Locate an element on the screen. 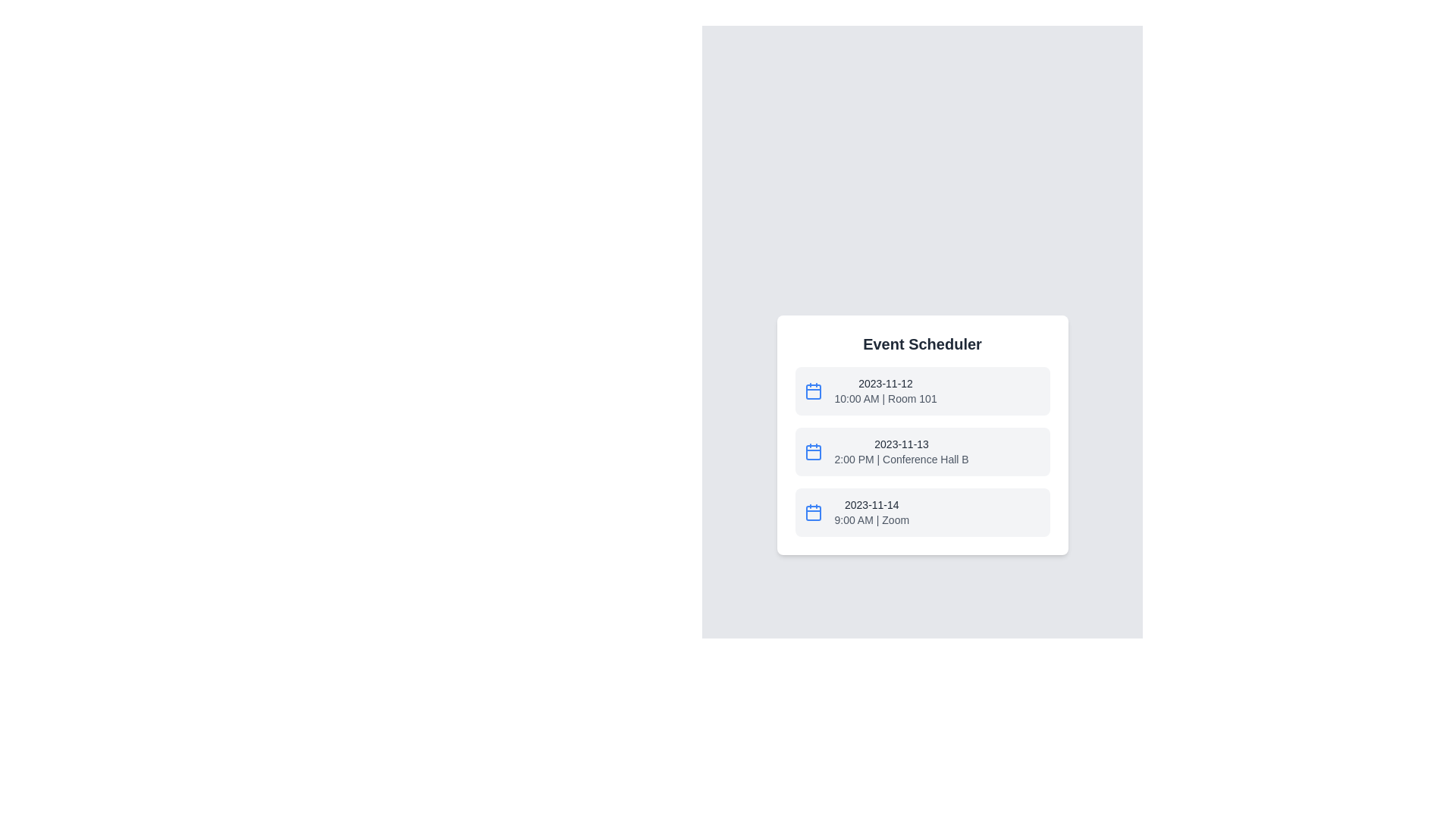 This screenshot has width=1456, height=819. the second list item representing the scheduled event for '2023-11-13 2:00 PM | Conference Hall B' is located at coordinates (921, 451).